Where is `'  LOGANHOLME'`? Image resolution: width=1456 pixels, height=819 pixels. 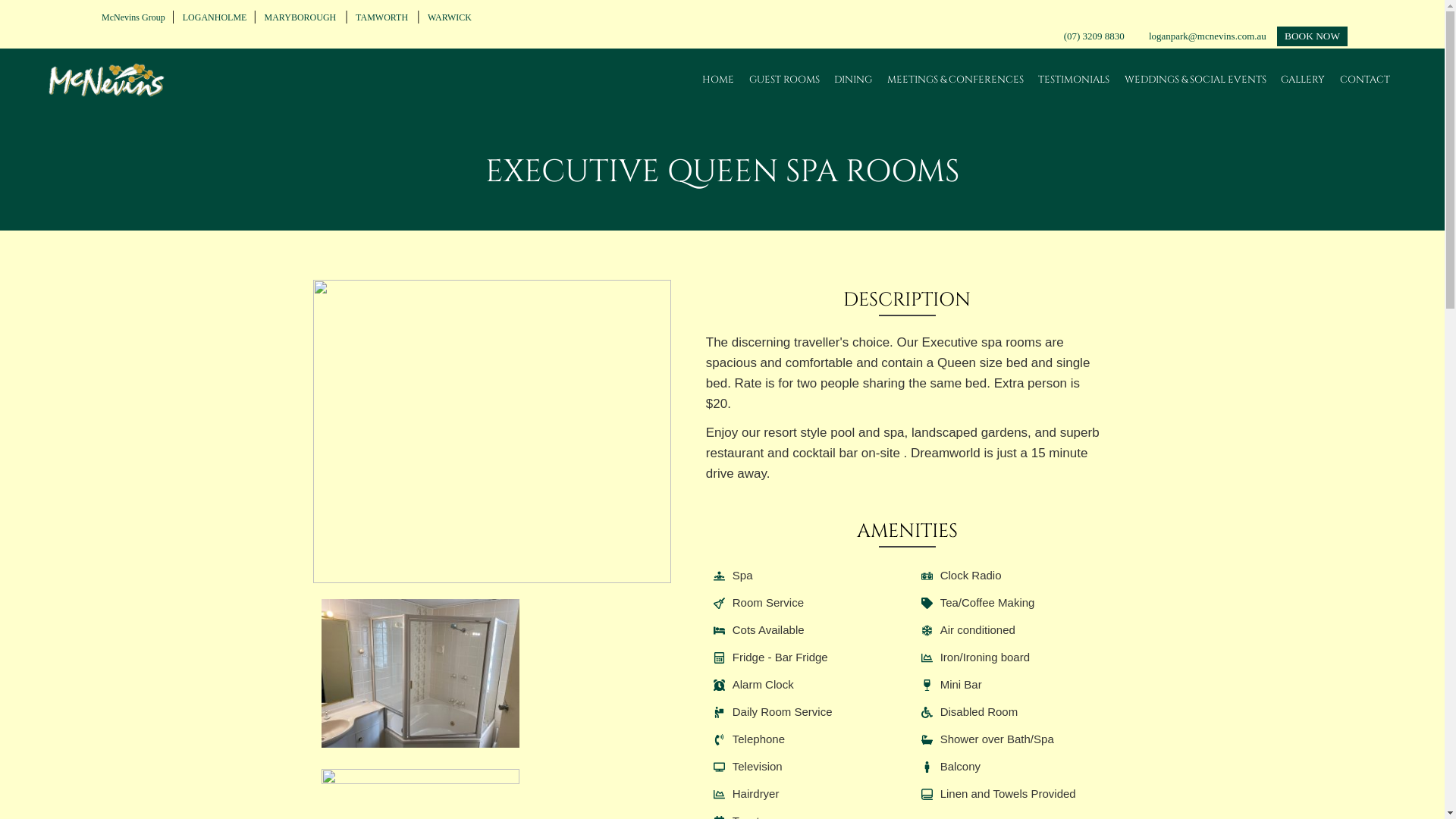 '  LOGANHOLME' is located at coordinates (212, 17).